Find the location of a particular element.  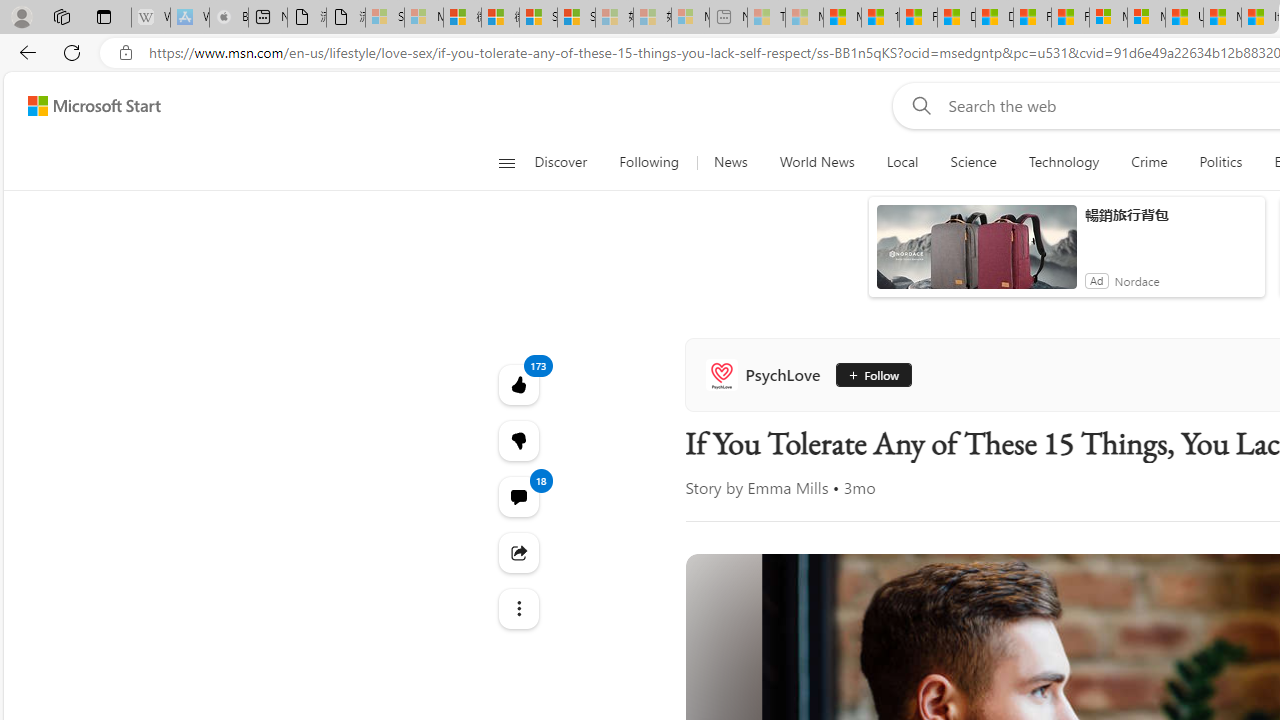

'anim-content' is located at coordinates (976, 254).